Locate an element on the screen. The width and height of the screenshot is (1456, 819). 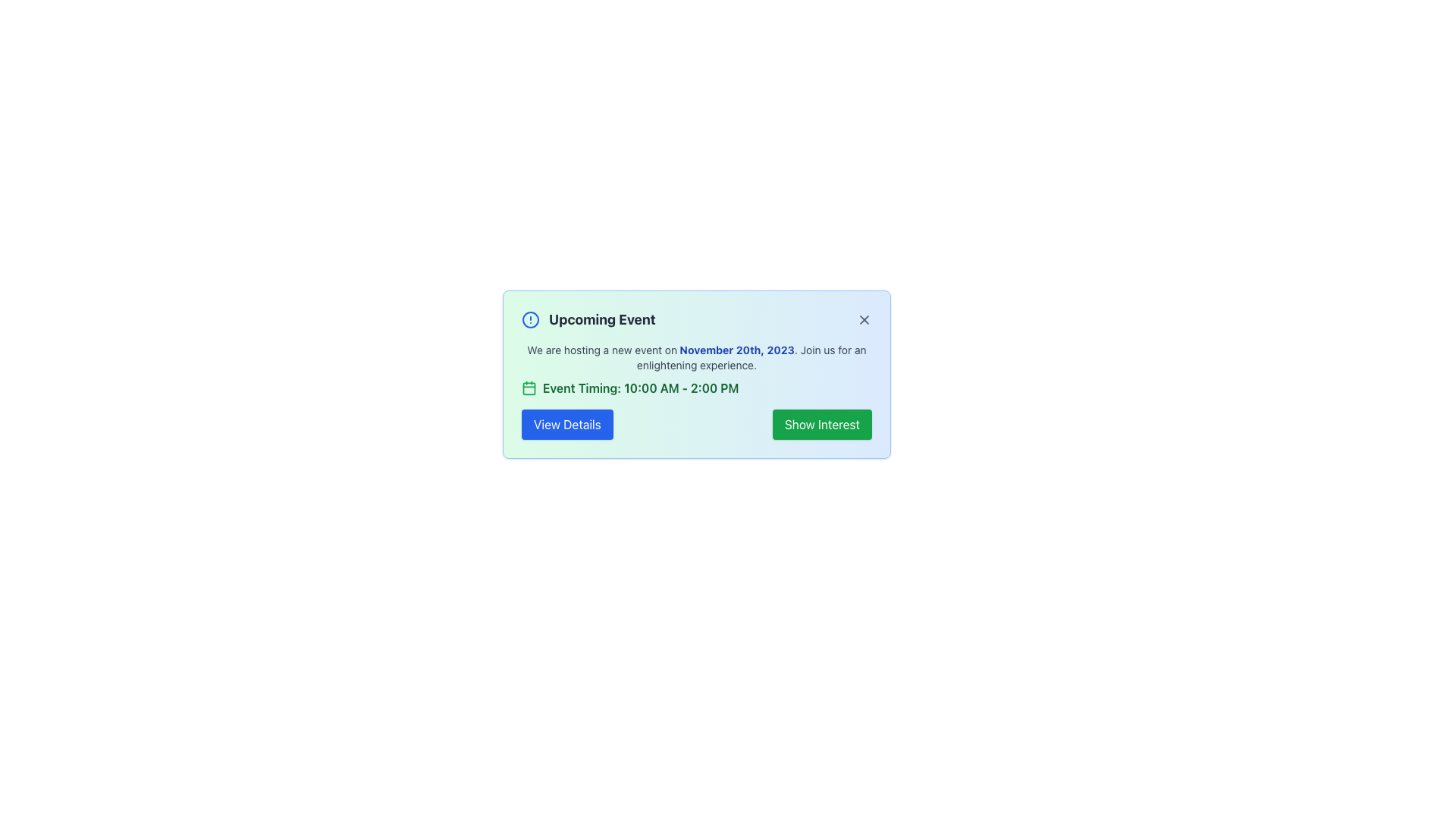
the Text label that provides event timing details, located under the 'Upcoming Event' text, next to the green calendar icon is located at coordinates (641, 388).